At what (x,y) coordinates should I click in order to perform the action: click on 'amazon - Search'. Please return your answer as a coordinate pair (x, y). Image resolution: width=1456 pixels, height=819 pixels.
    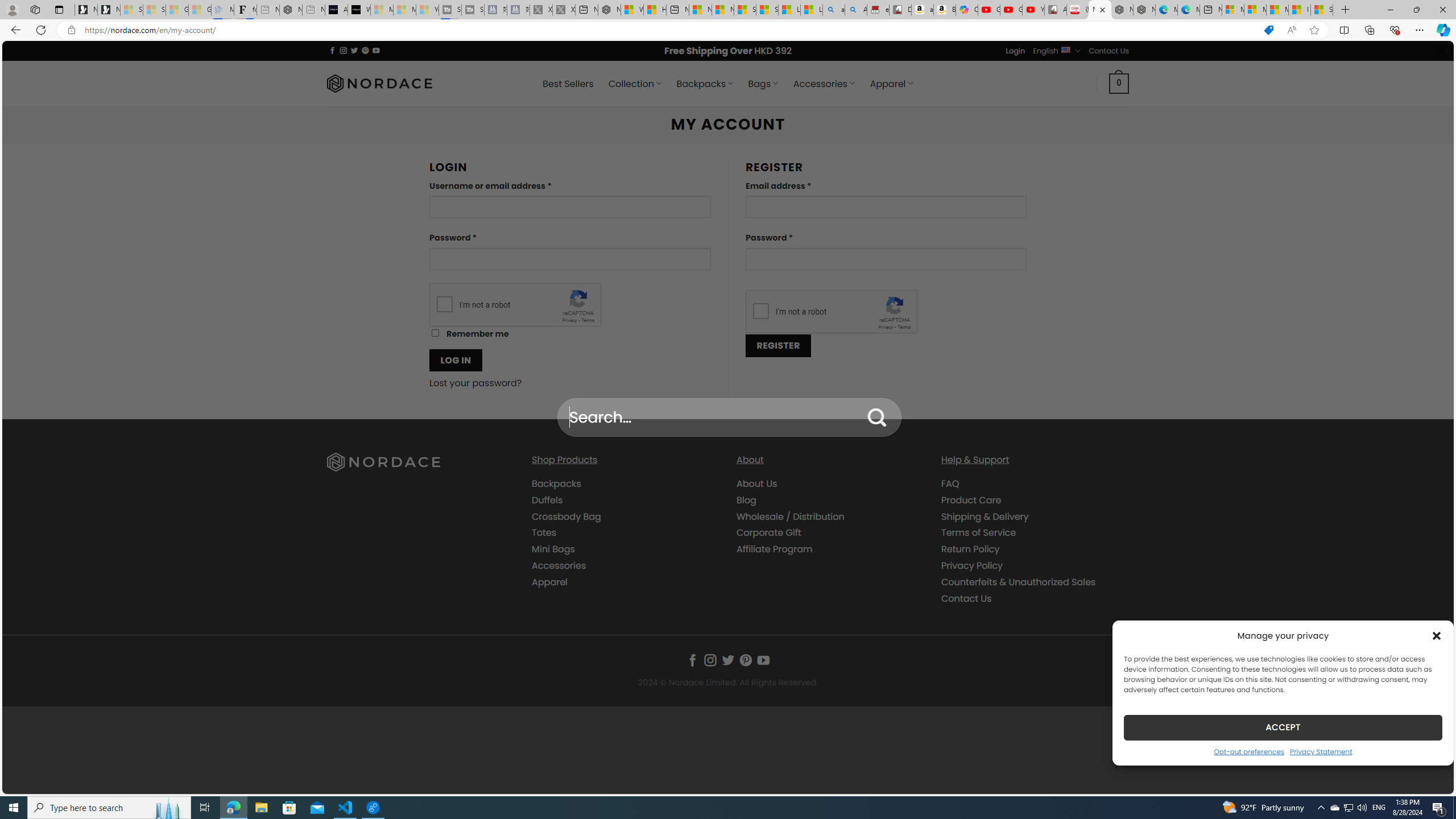
    Looking at the image, I should click on (834, 9).